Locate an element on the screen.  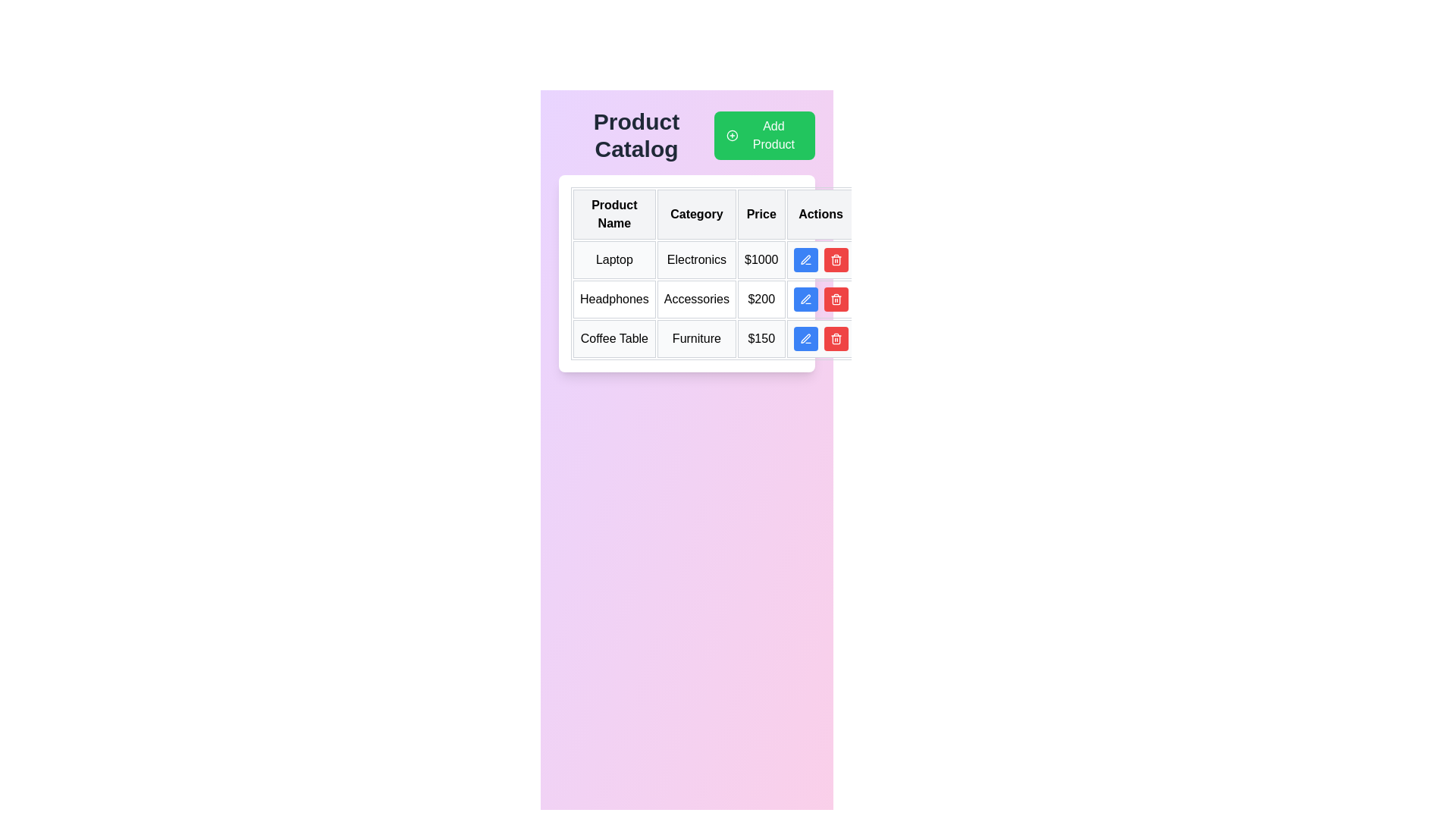
the 'Electronics' table cell is located at coordinates (695, 259).